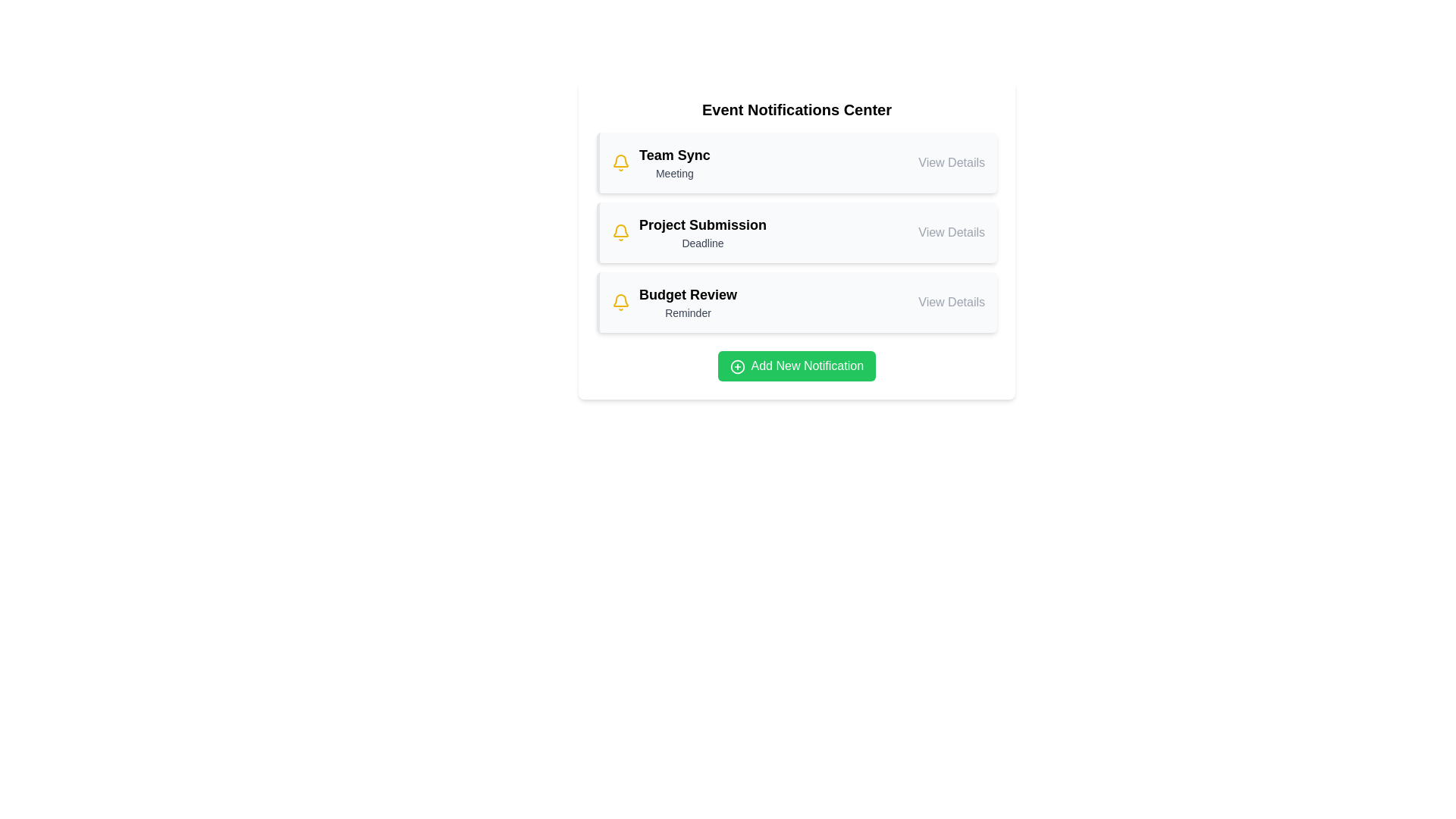  Describe the element at coordinates (701, 242) in the screenshot. I see `the static text label displaying 'Deadline' in gray color, located at the bottom of the 'Project Submission' notification block` at that location.